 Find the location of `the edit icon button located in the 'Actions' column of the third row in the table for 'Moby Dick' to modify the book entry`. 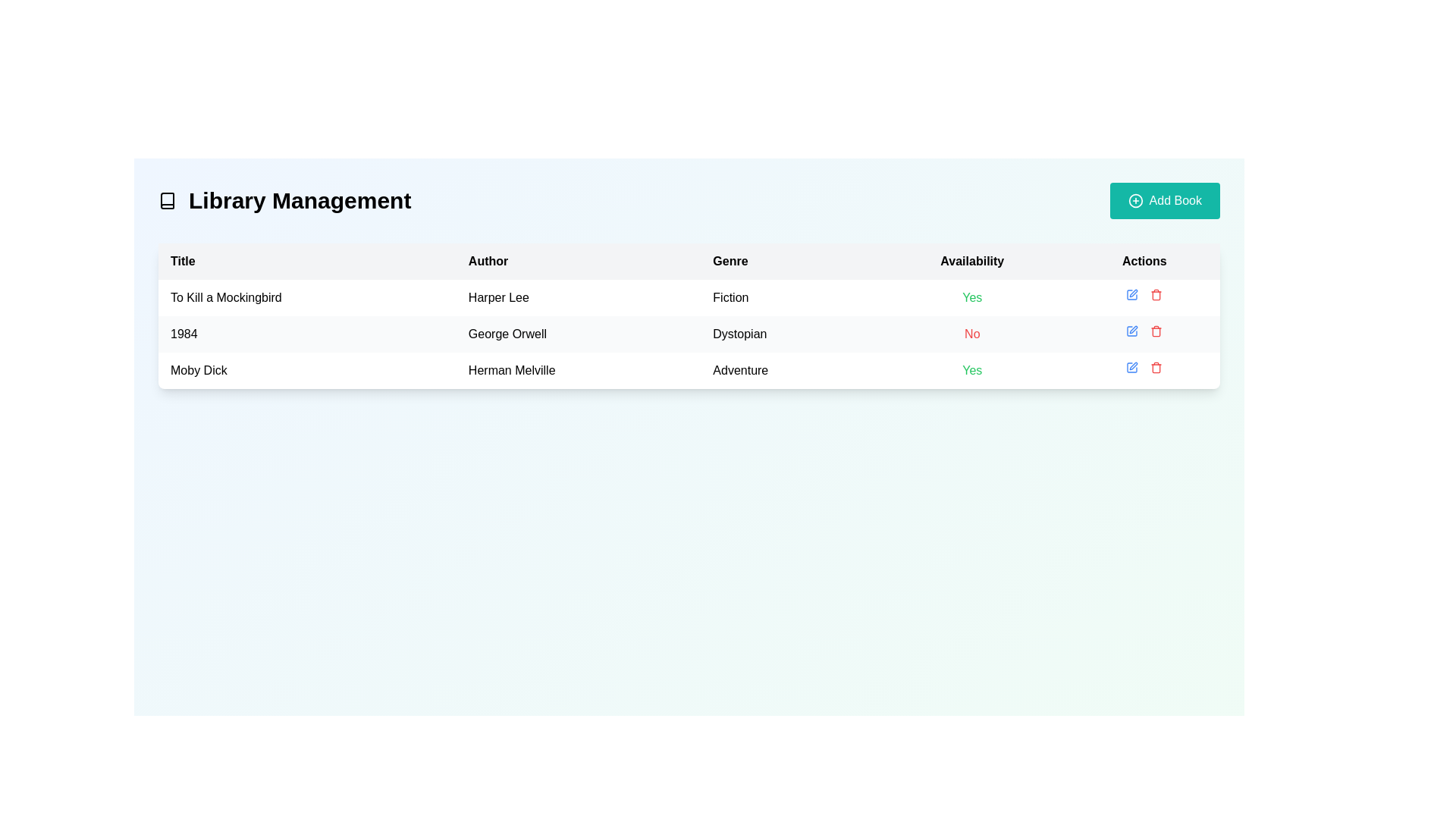

the edit icon button located in the 'Actions' column of the third row in the table for 'Moby Dick' to modify the book entry is located at coordinates (1134, 366).